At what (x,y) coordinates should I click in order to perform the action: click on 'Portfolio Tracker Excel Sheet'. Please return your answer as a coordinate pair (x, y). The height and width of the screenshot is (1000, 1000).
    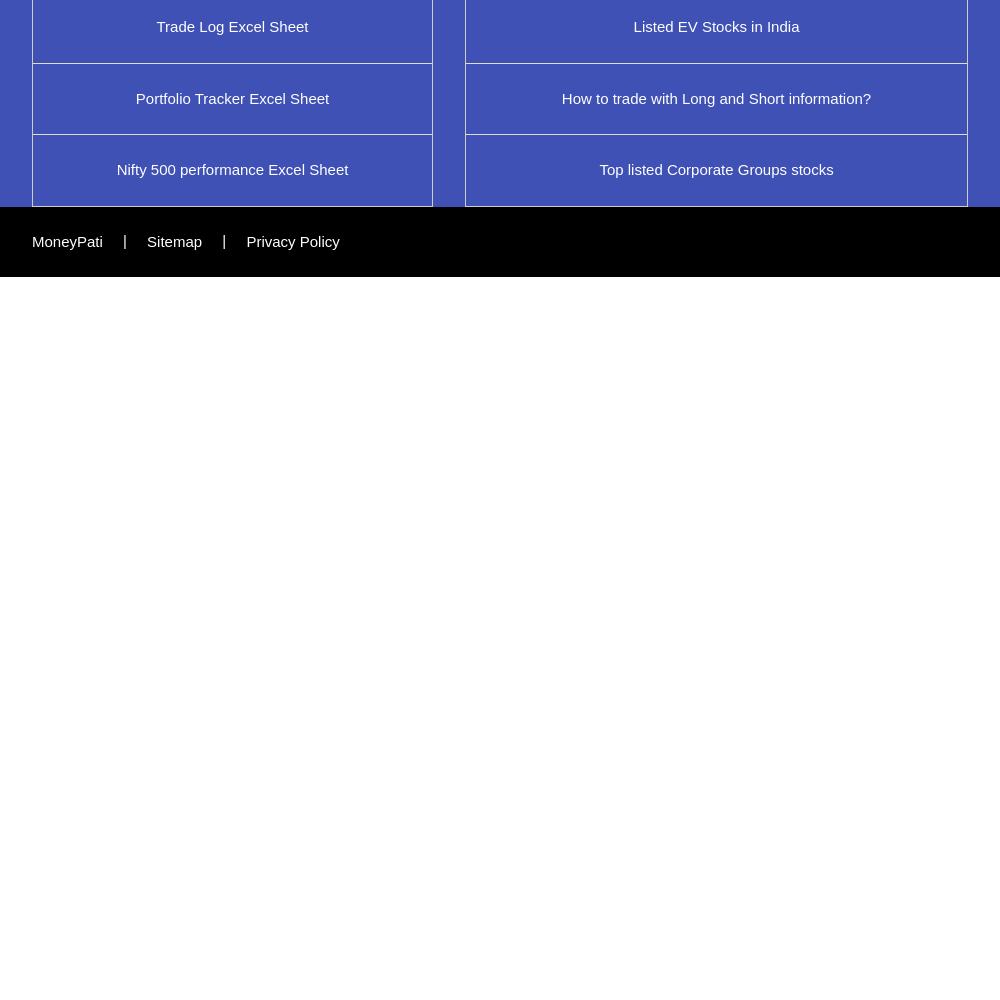
    Looking at the image, I should click on (231, 96).